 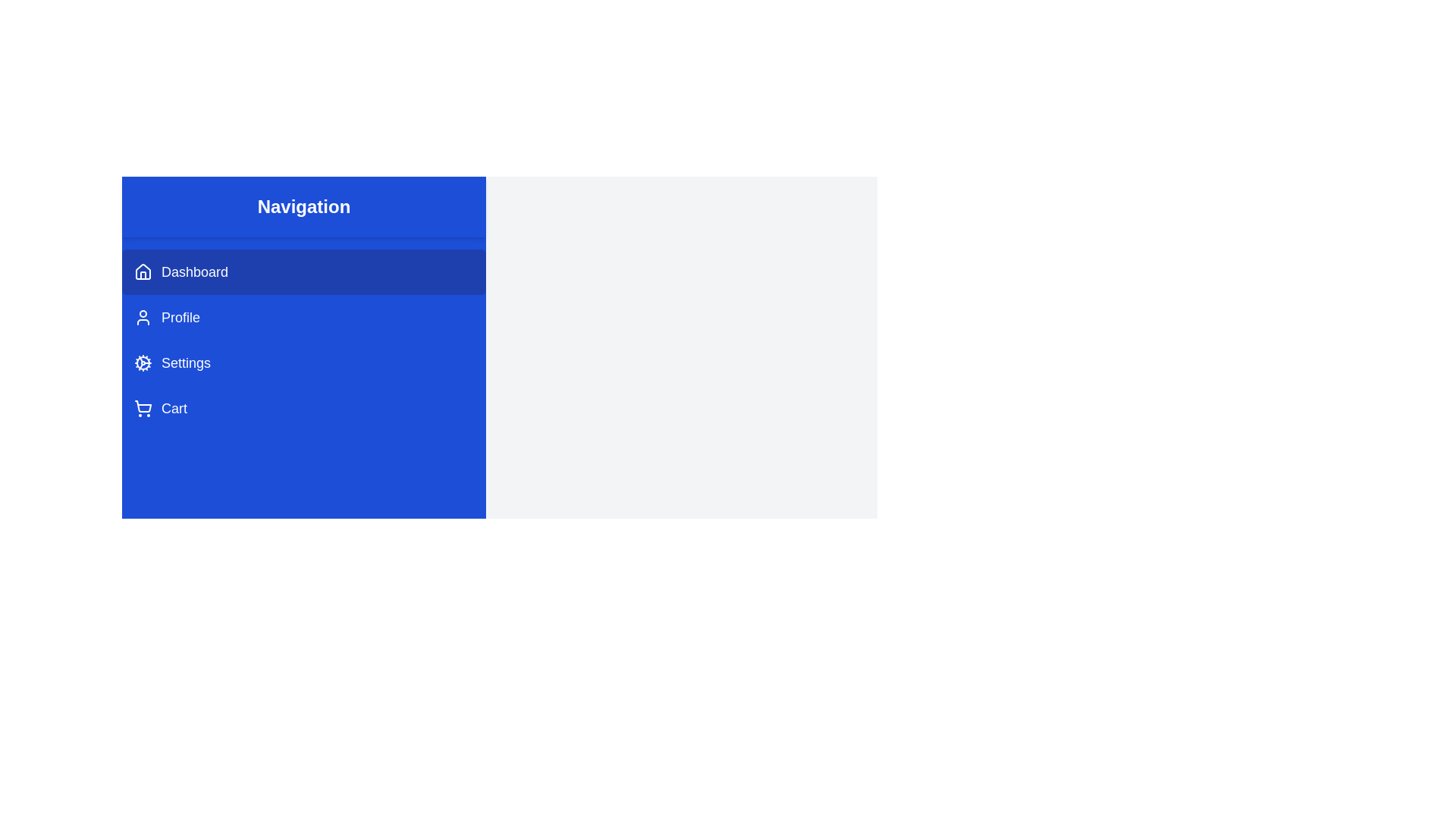 I want to click on the 'Profile' navigation button, which is the second button in the vertical navigation menu, so click(x=303, y=317).